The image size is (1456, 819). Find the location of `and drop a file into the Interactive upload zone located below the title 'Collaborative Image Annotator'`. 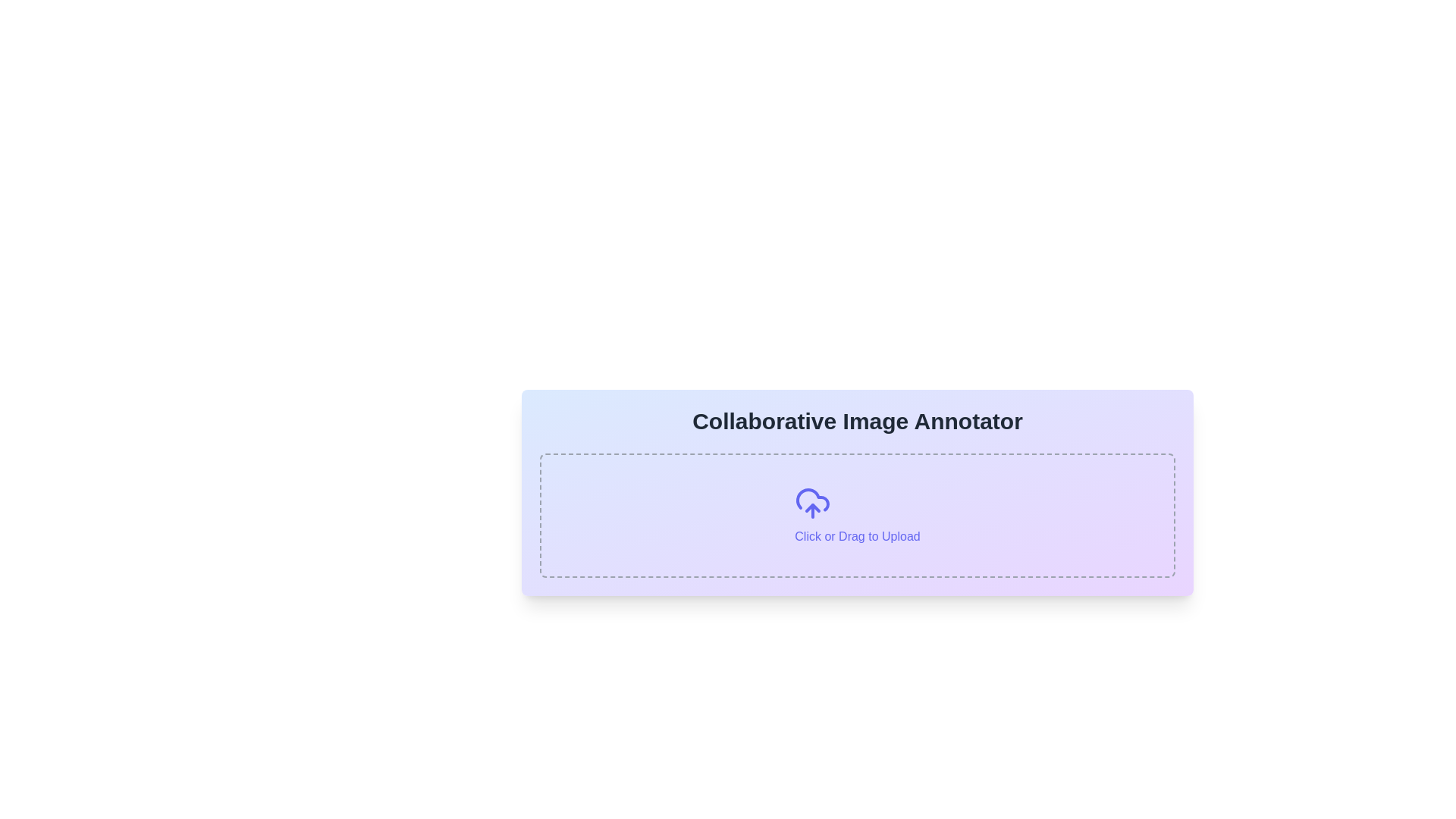

and drop a file into the Interactive upload zone located below the title 'Collaborative Image Annotator' is located at coordinates (858, 514).